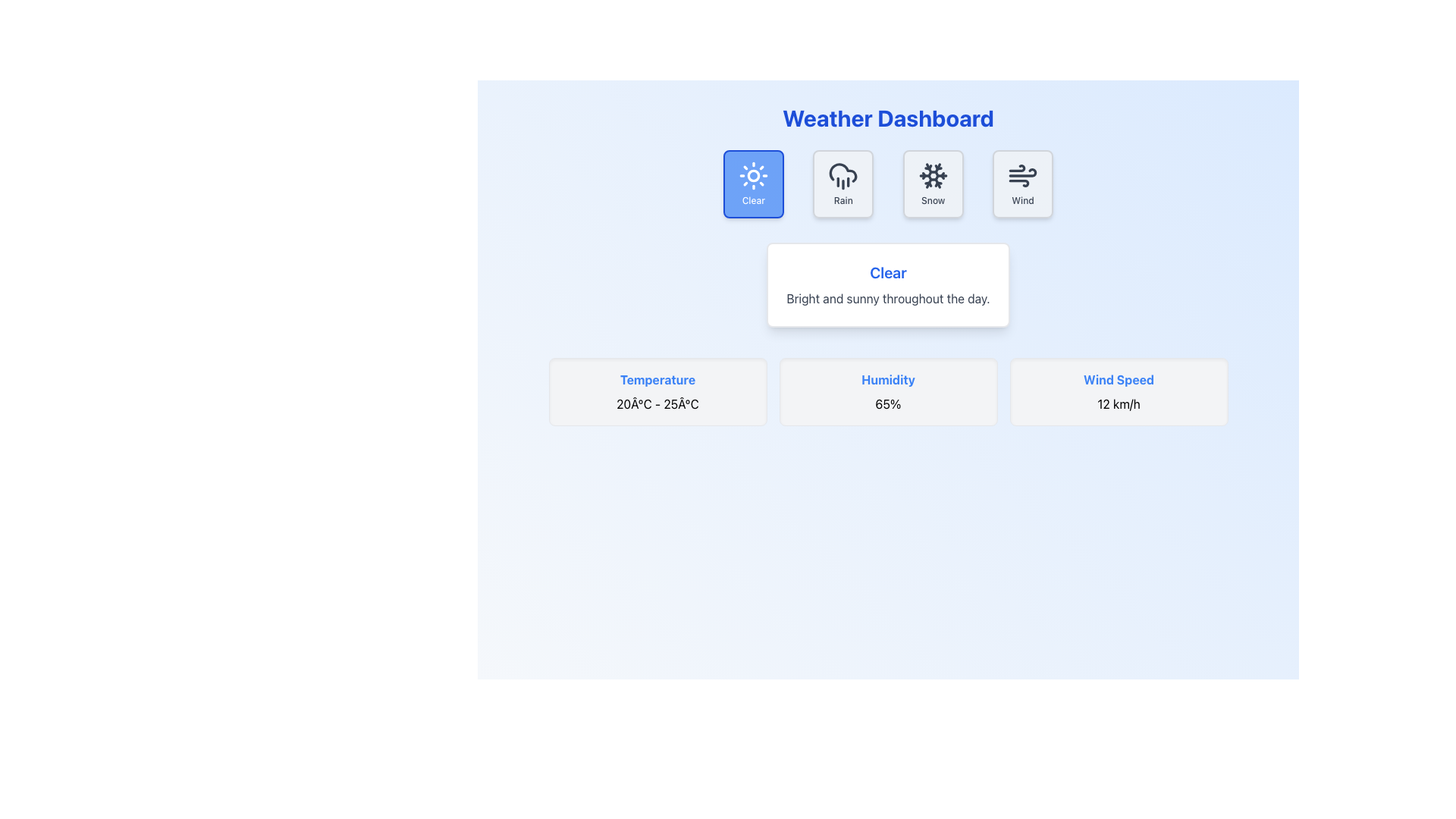 The image size is (1456, 819). What do you see at coordinates (888, 379) in the screenshot?
I see `the 'Humidity' label which provides a heading for the humidity value displayed below it, located in the middle card among three horizontally aligned cards` at bounding box center [888, 379].